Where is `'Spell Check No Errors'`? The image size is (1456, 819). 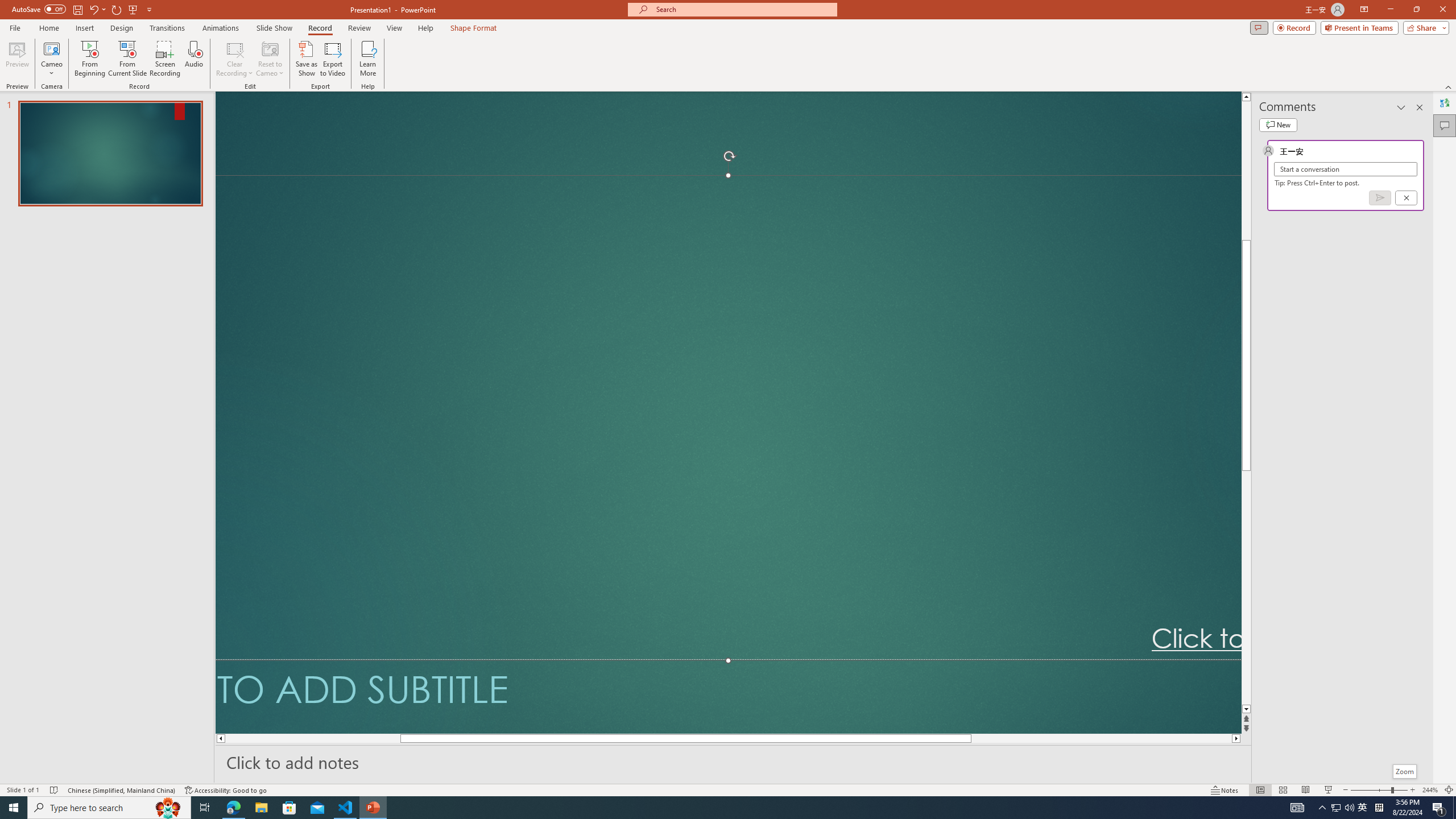 'Spell Check No Errors' is located at coordinates (54, 790).